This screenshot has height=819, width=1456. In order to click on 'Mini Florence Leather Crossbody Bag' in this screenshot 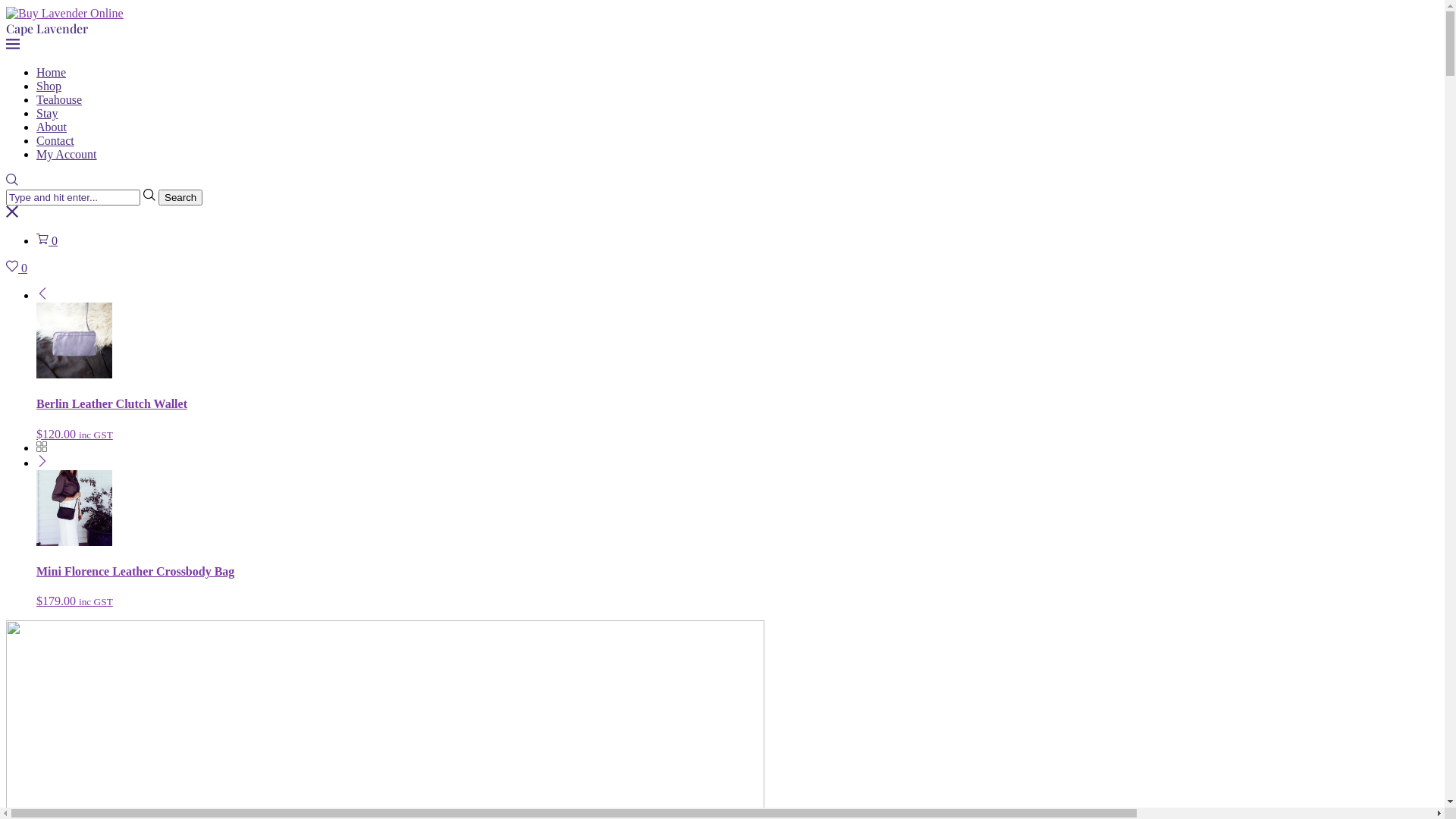, I will do `click(135, 571)`.